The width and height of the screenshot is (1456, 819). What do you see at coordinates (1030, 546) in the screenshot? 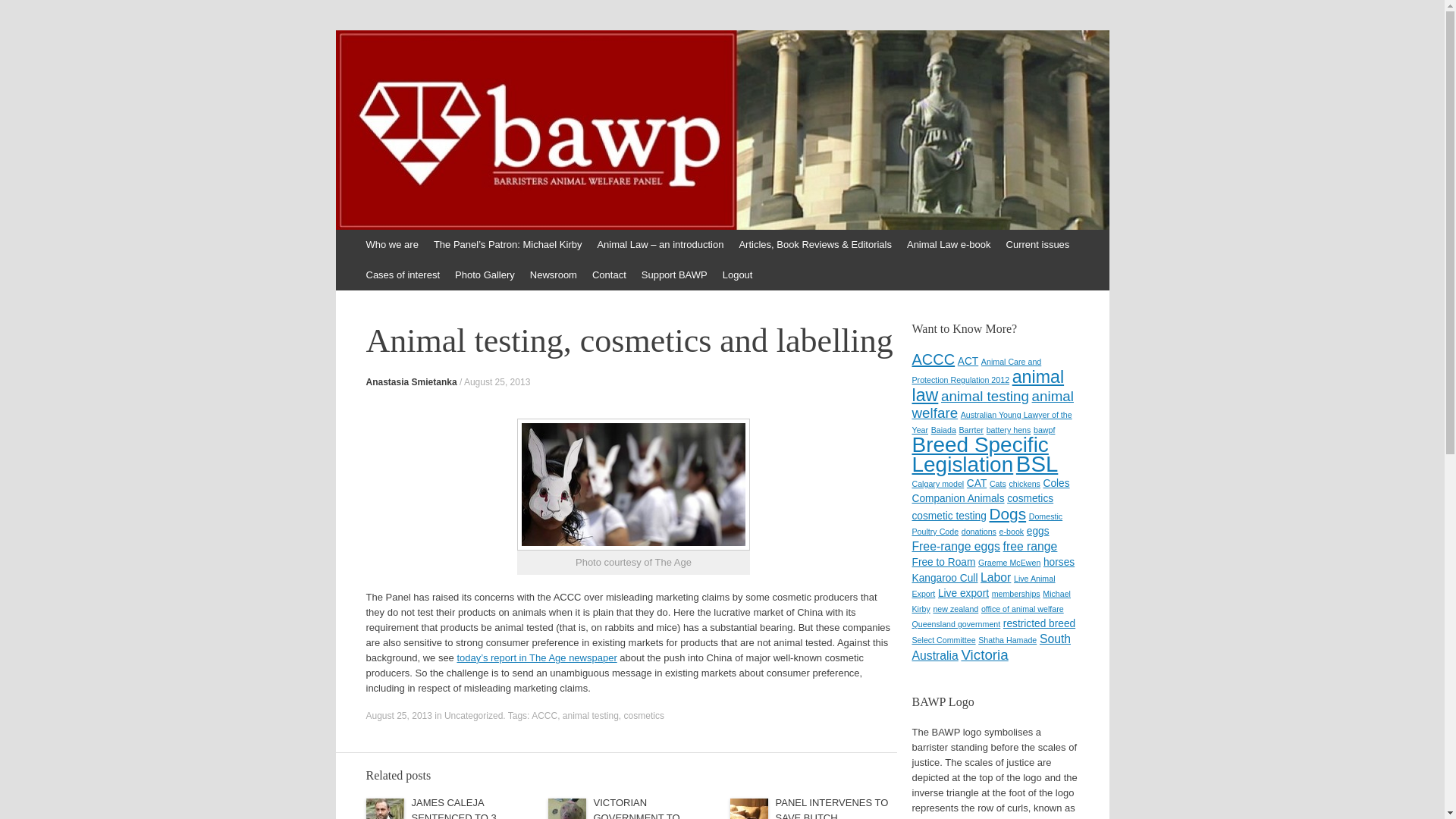
I see `'free range'` at bounding box center [1030, 546].